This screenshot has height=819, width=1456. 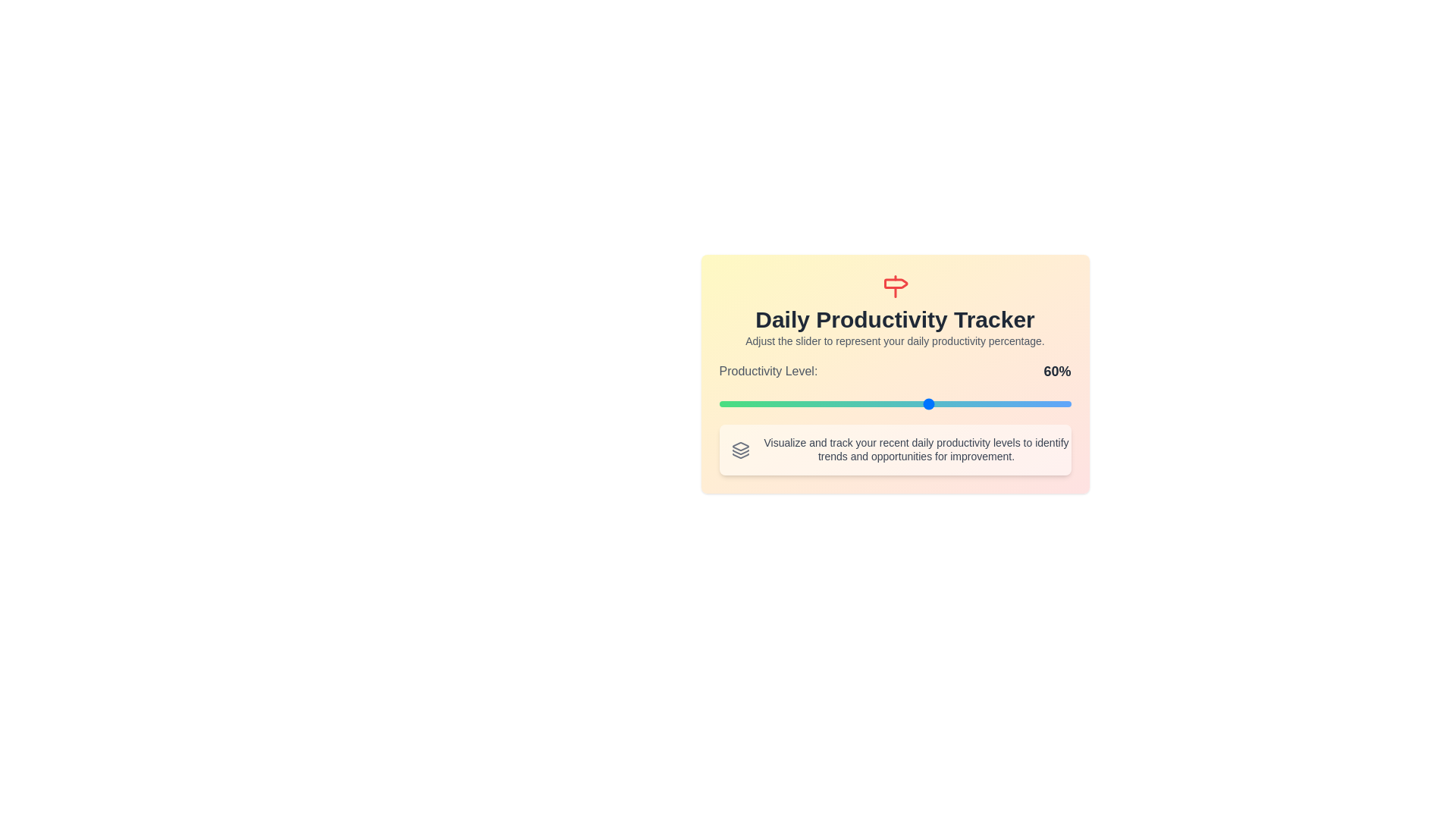 What do you see at coordinates (877, 403) in the screenshot?
I see `the slider to set the productivity level to 45%` at bounding box center [877, 403].